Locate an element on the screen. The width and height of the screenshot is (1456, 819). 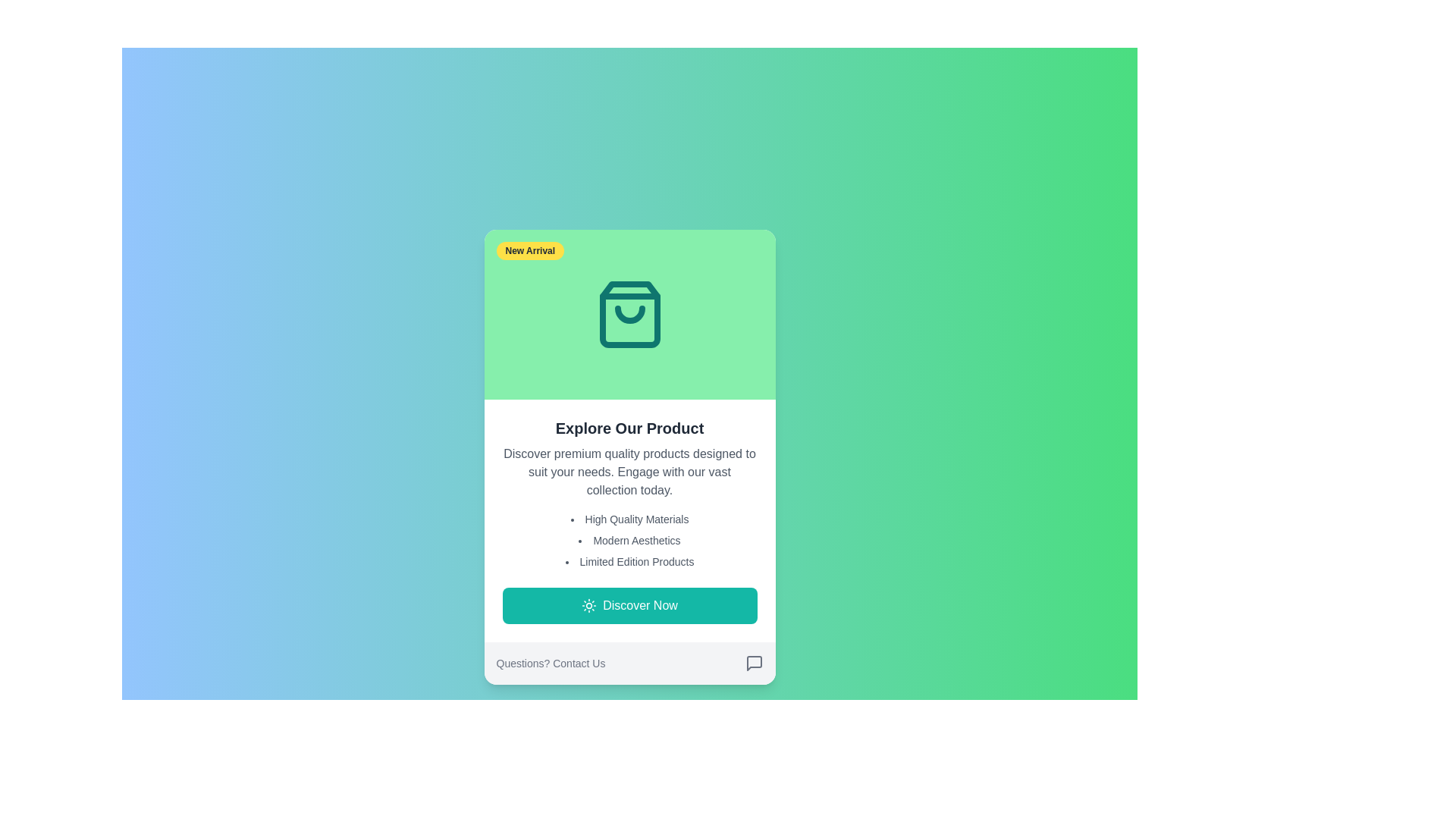
the first list item that reads 'High Quality Materials', which is styled in dark gray color on a white background and is preceded by a bullet point is located at coordinates (629, 519).